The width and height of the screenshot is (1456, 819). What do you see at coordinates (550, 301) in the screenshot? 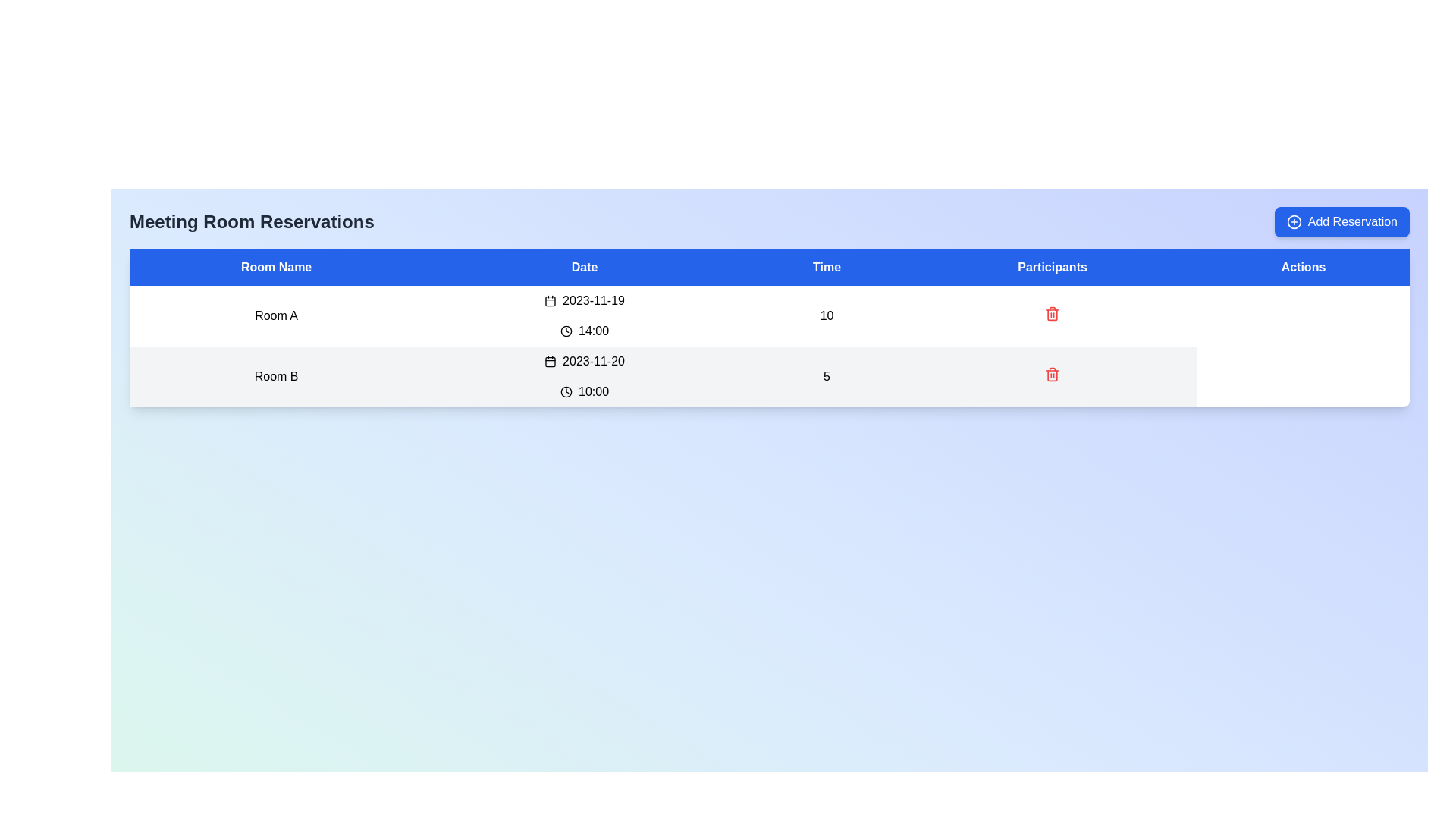
I see `the calendar icon located in the 'Date' column of the first row in the 'Meeting Room Reservations' table, positioned to the left of the date '2023-11-19'` at bounding box center [550, 301].